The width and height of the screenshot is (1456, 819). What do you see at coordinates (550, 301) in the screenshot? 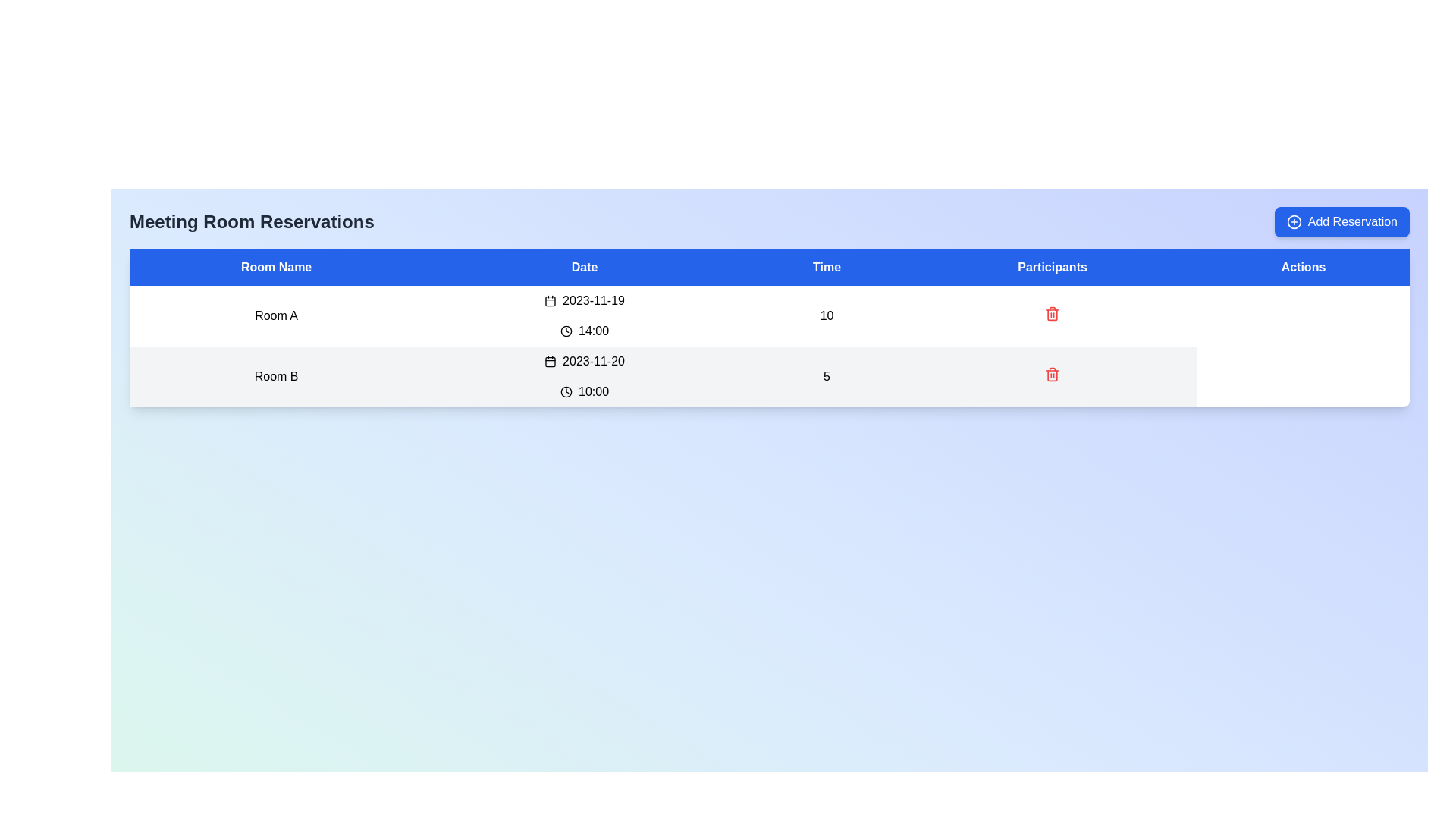
I see `the calendar icon located in the 'Date' column of the first row in the 'Meeting Room Reservations' table, positioned to the left of the date '2023-11-19'` at bounding box center [550, 301].